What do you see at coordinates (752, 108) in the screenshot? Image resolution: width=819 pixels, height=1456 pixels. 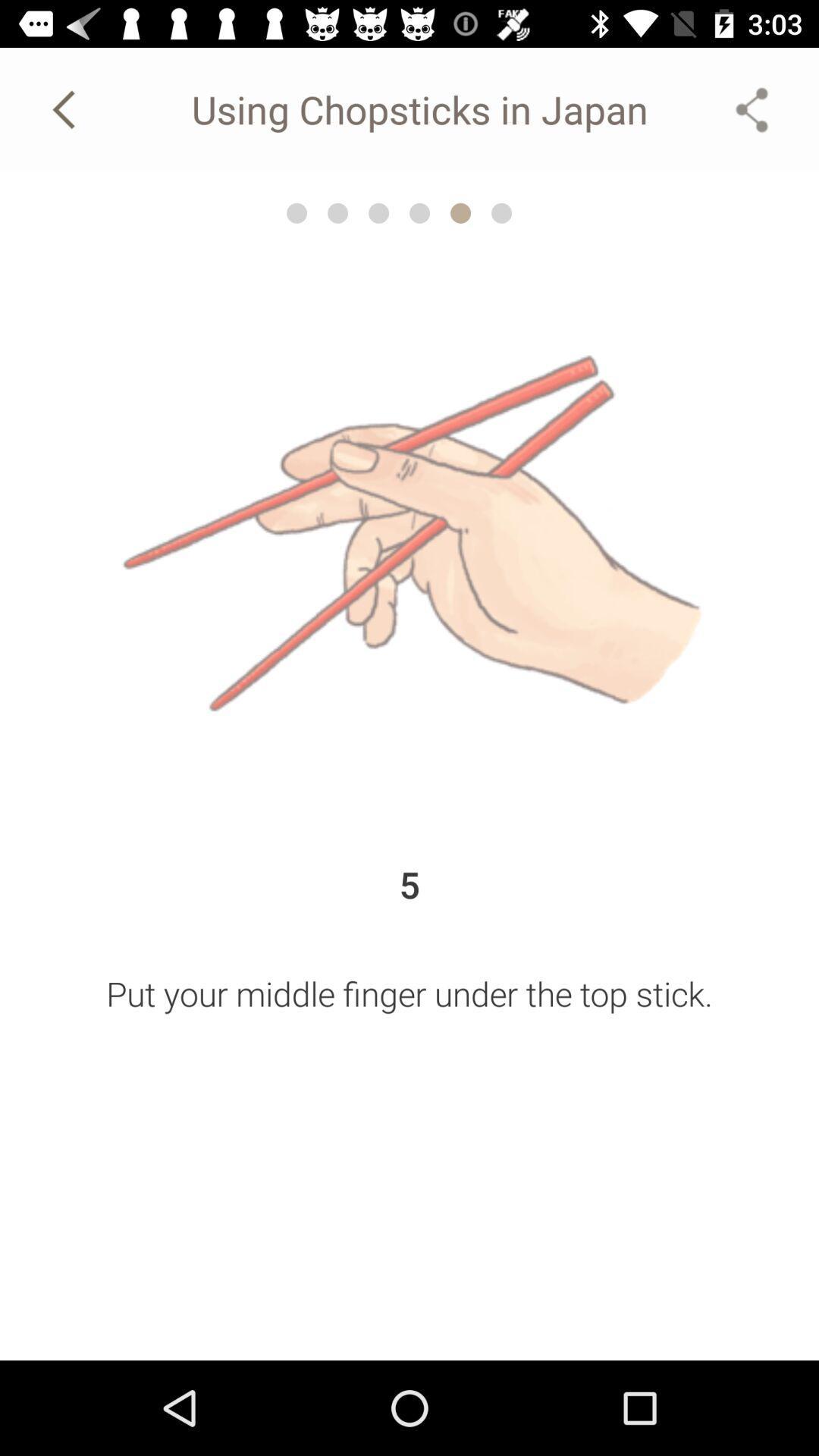 I see `the share icon` at bounding box center [752, 108].